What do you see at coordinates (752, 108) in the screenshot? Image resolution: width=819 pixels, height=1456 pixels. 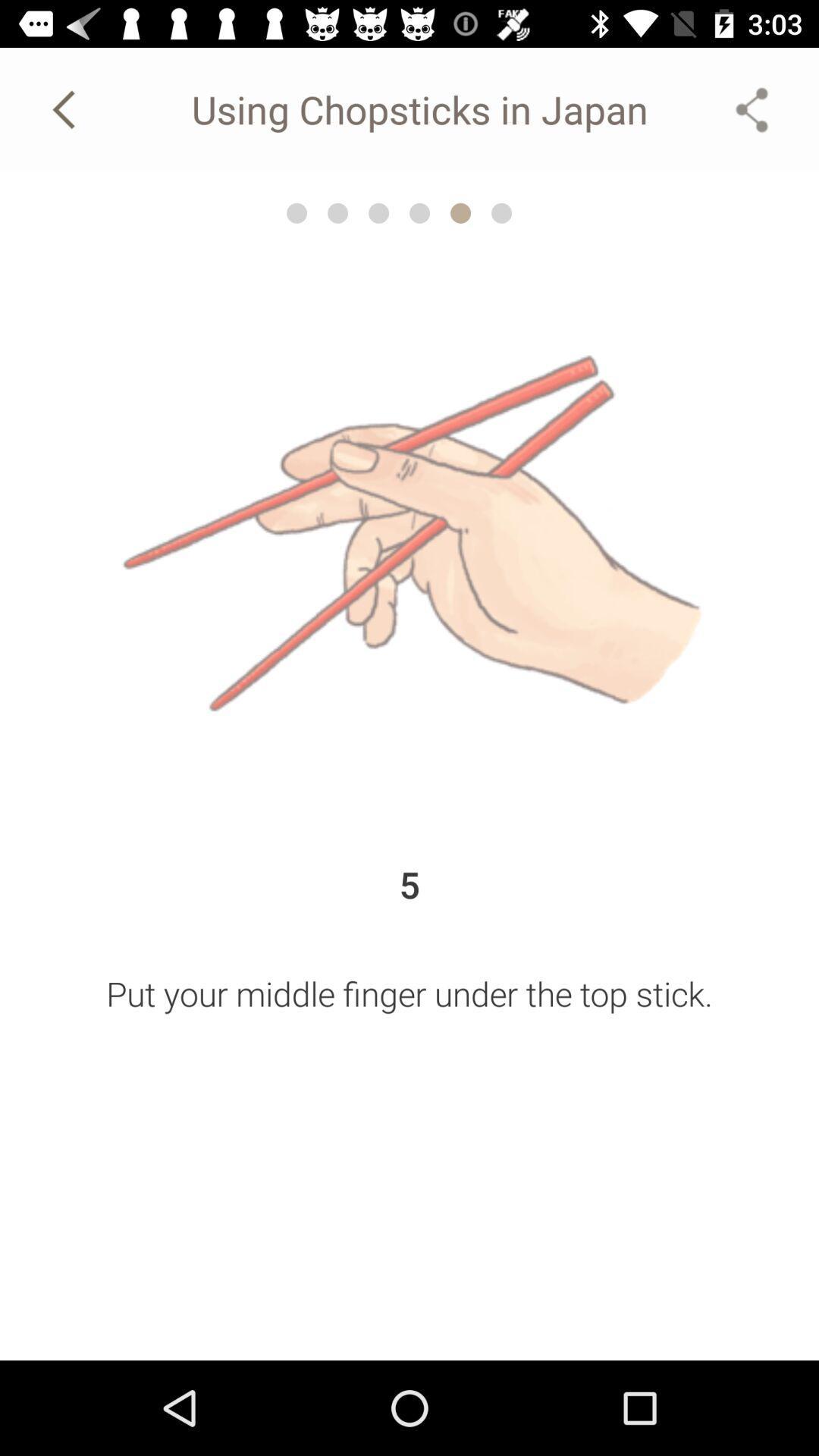 I see `the share icon` at bounding box center [752, 108].